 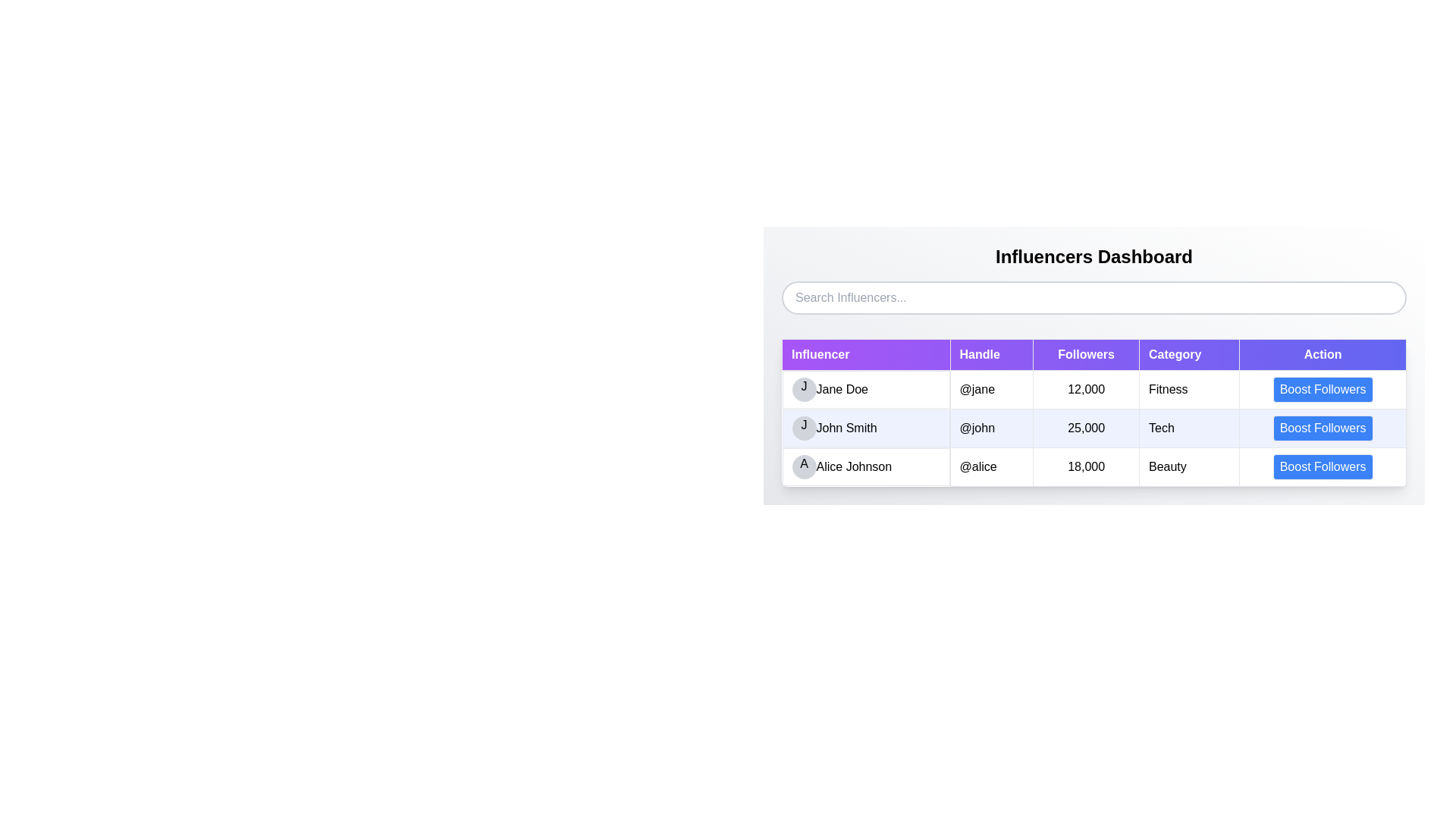 I want to click on table cell displaying the text 'Beauty' located in the third row under the 'Category' column, so click(x=1188, y=466).